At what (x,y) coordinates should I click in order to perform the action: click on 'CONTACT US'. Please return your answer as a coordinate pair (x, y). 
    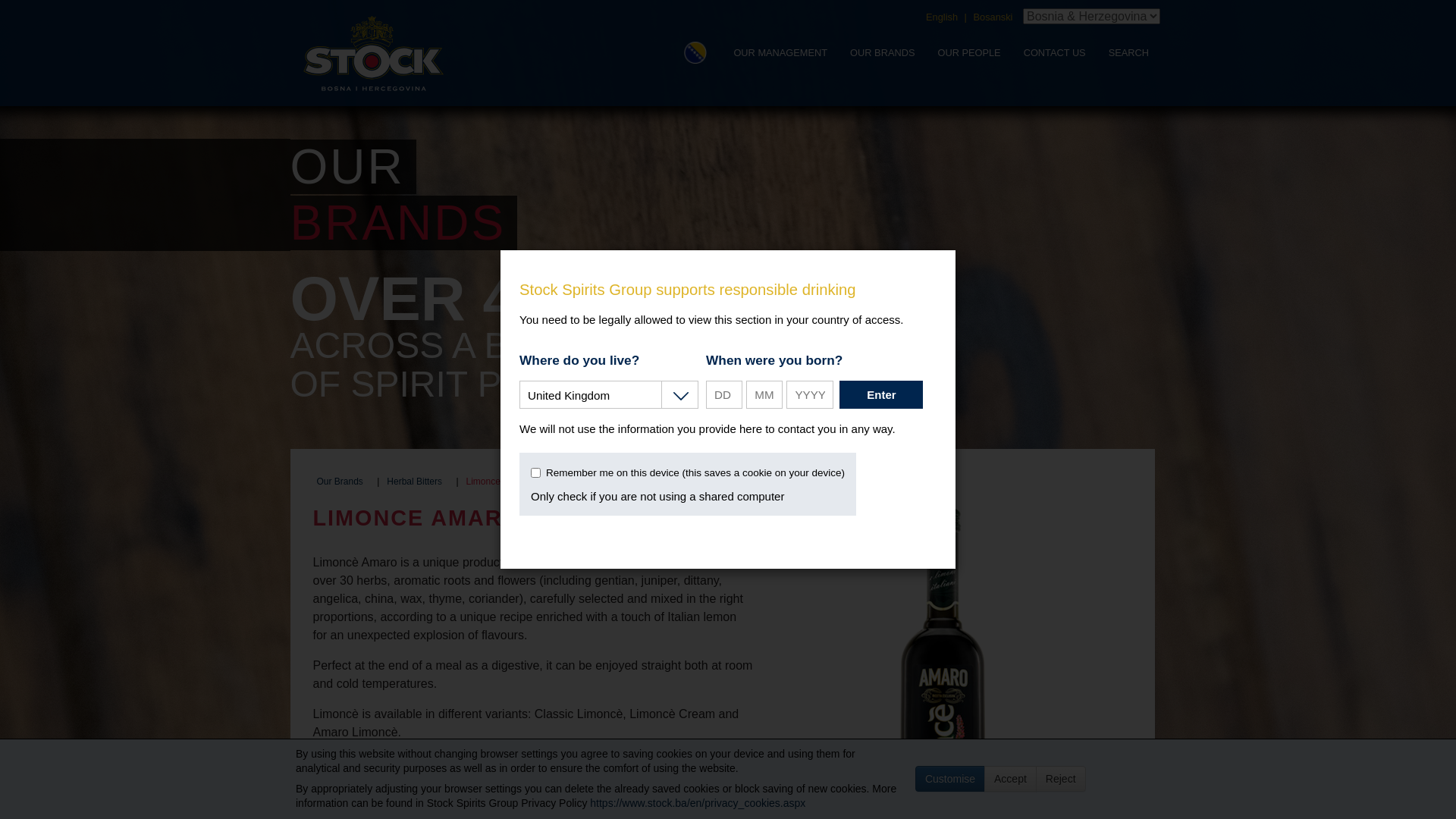
    Looking at the image, I should click on (1012, 52).